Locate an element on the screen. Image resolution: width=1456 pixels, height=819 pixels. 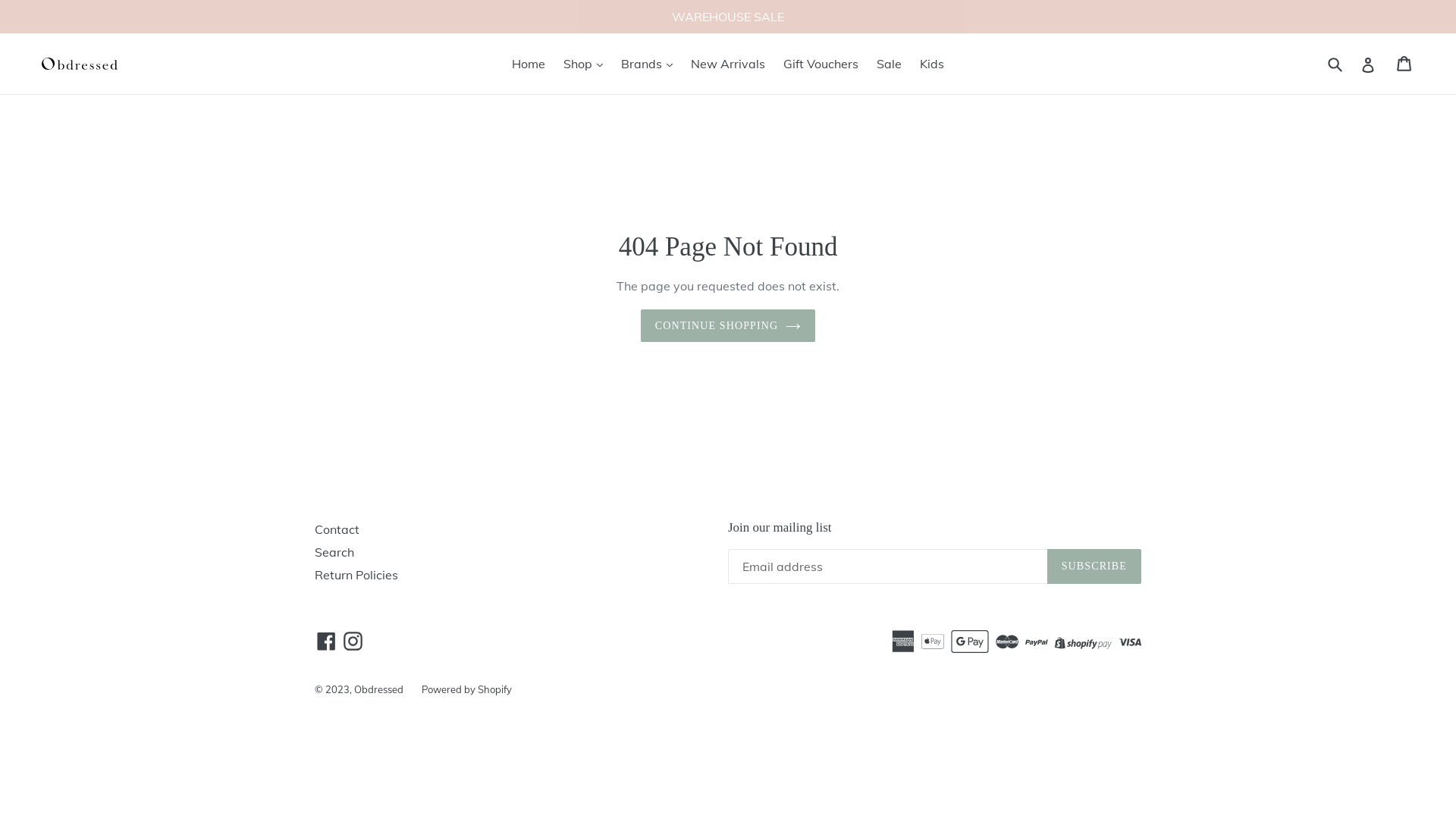
'Powered by Shopify' is located at coordinates (466, 689).